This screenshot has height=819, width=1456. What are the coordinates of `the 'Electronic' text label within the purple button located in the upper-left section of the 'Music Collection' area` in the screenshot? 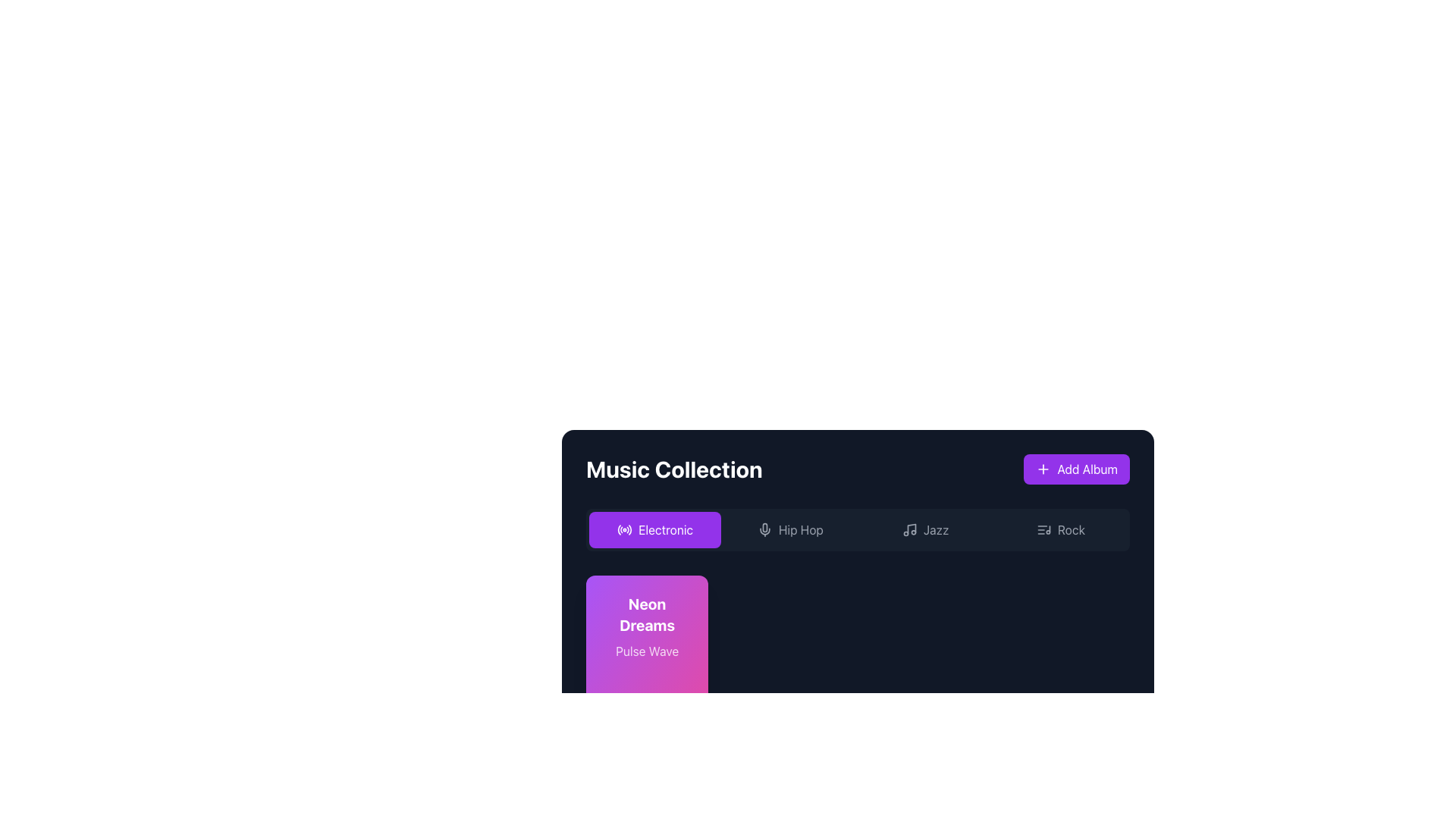 It's located at (666, 529).